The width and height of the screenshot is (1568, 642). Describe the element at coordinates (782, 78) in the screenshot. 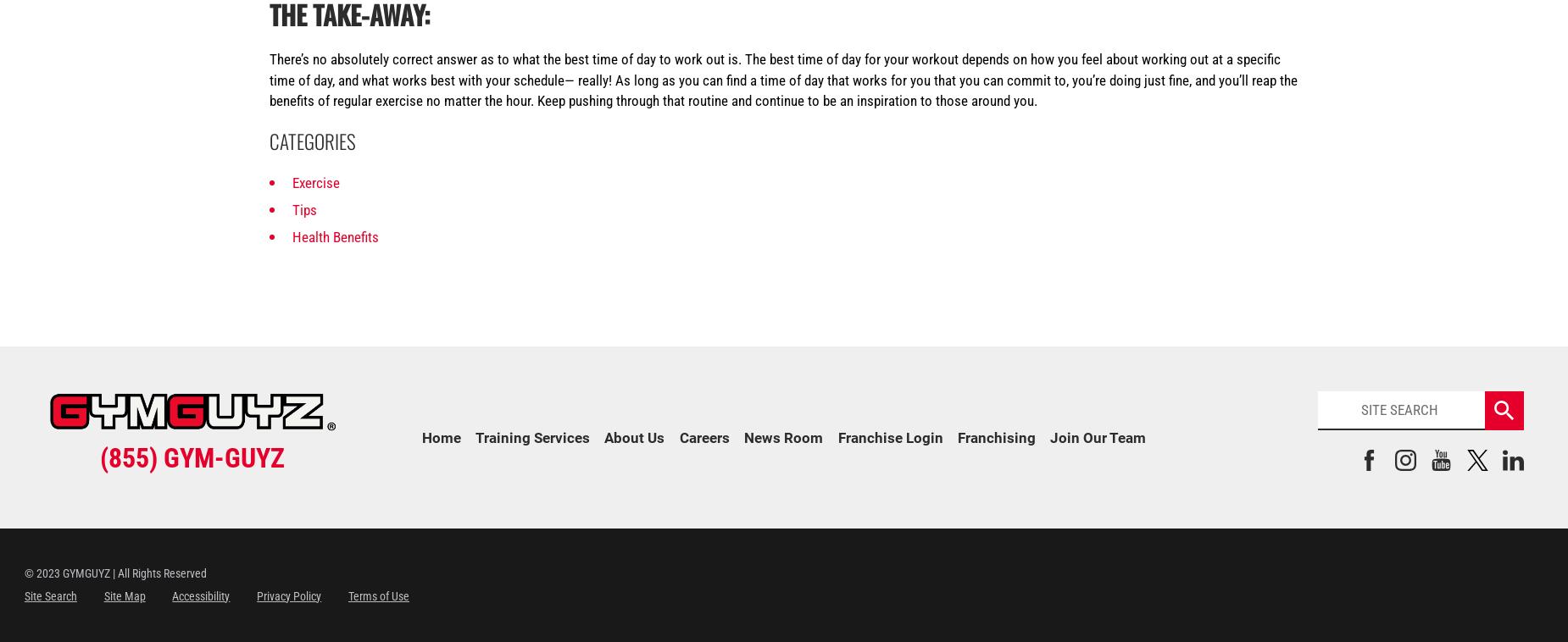

I see `'There’s no absolutely correct answer as to what the best time of day to work out is. The best time of day for your workout depends on how you feel about working out at a specific time of day, and what works best with your schedule— really! As long as you can find a time of day that works for you that you can commit to, you’re doing just fine, and you’ll reap the benefits of regular exercise no matter the hour. Keep pushing through that routine and continue to be an inspiration to those around you.'` at that location.